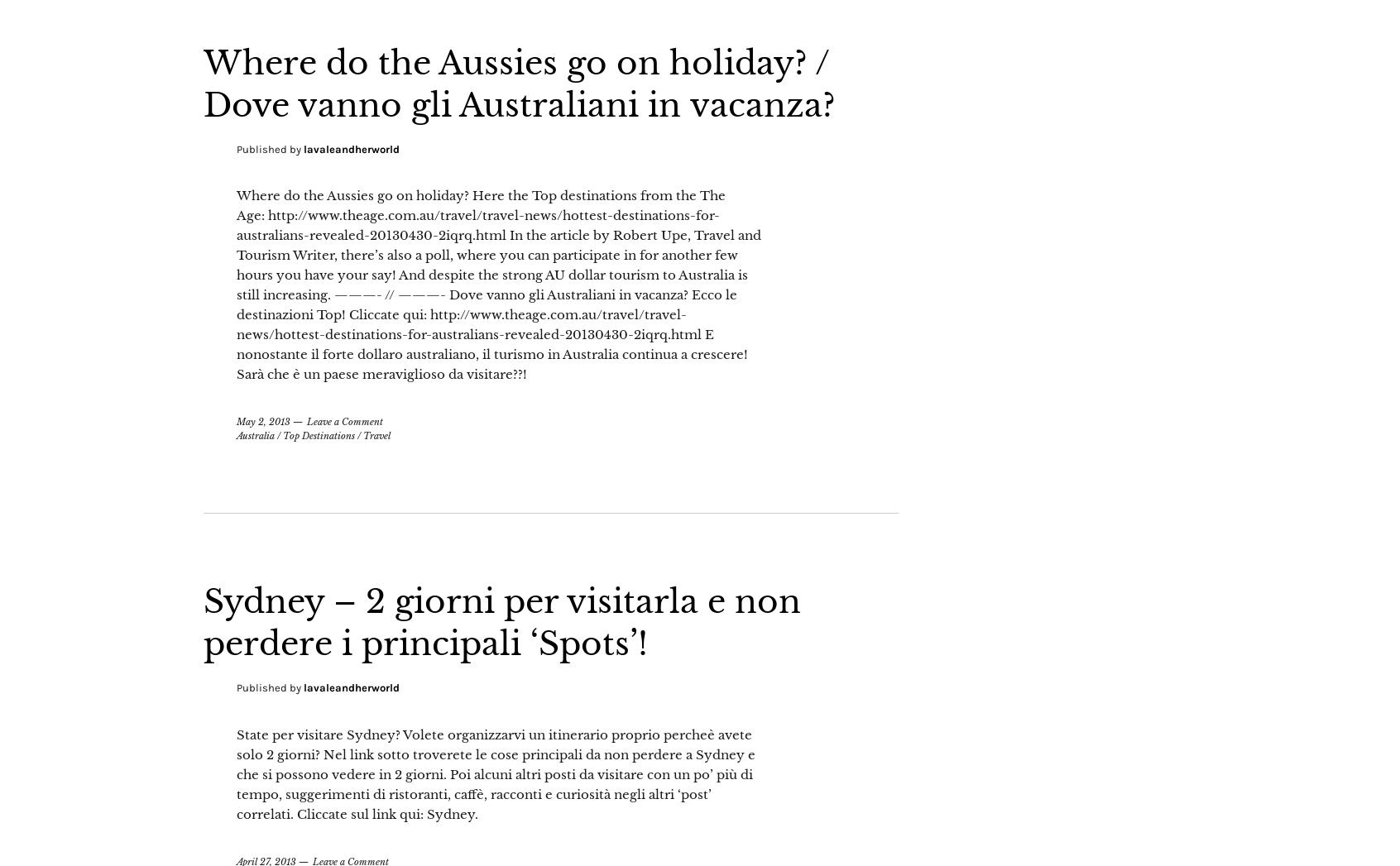 This screenshot has width=1400, height=866. What do you see at coordinates (235, 476) in the screenshot?
I see `'Australia'` at bounding box center [235, 476].